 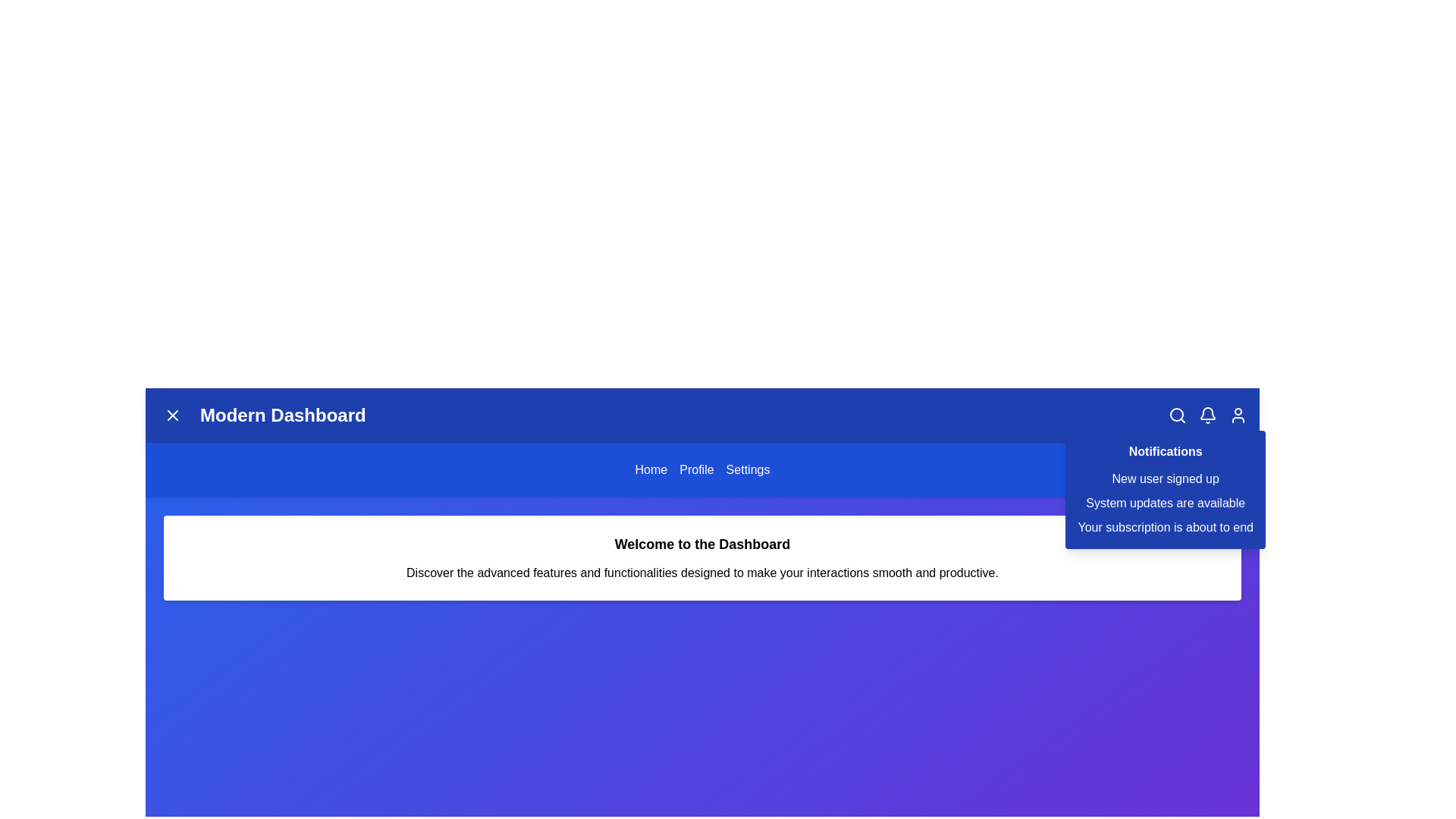 What do you see at coordinates (1238, 415) in the screenshot?
I see `the user icon in the top-right corner of the app bar` at bounding box center [1238, 415].